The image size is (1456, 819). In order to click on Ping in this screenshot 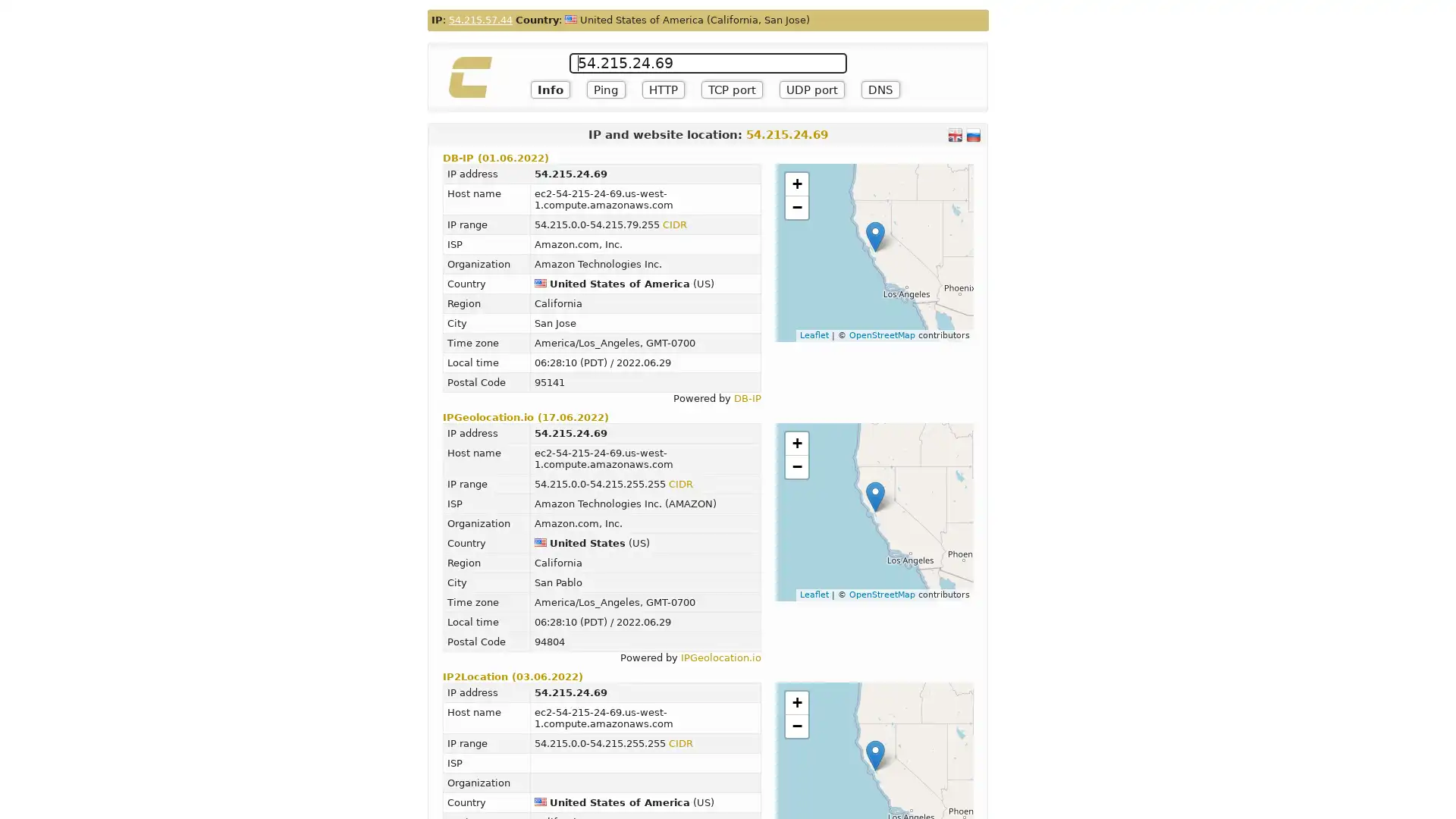, I will do `click(604, 89)`.